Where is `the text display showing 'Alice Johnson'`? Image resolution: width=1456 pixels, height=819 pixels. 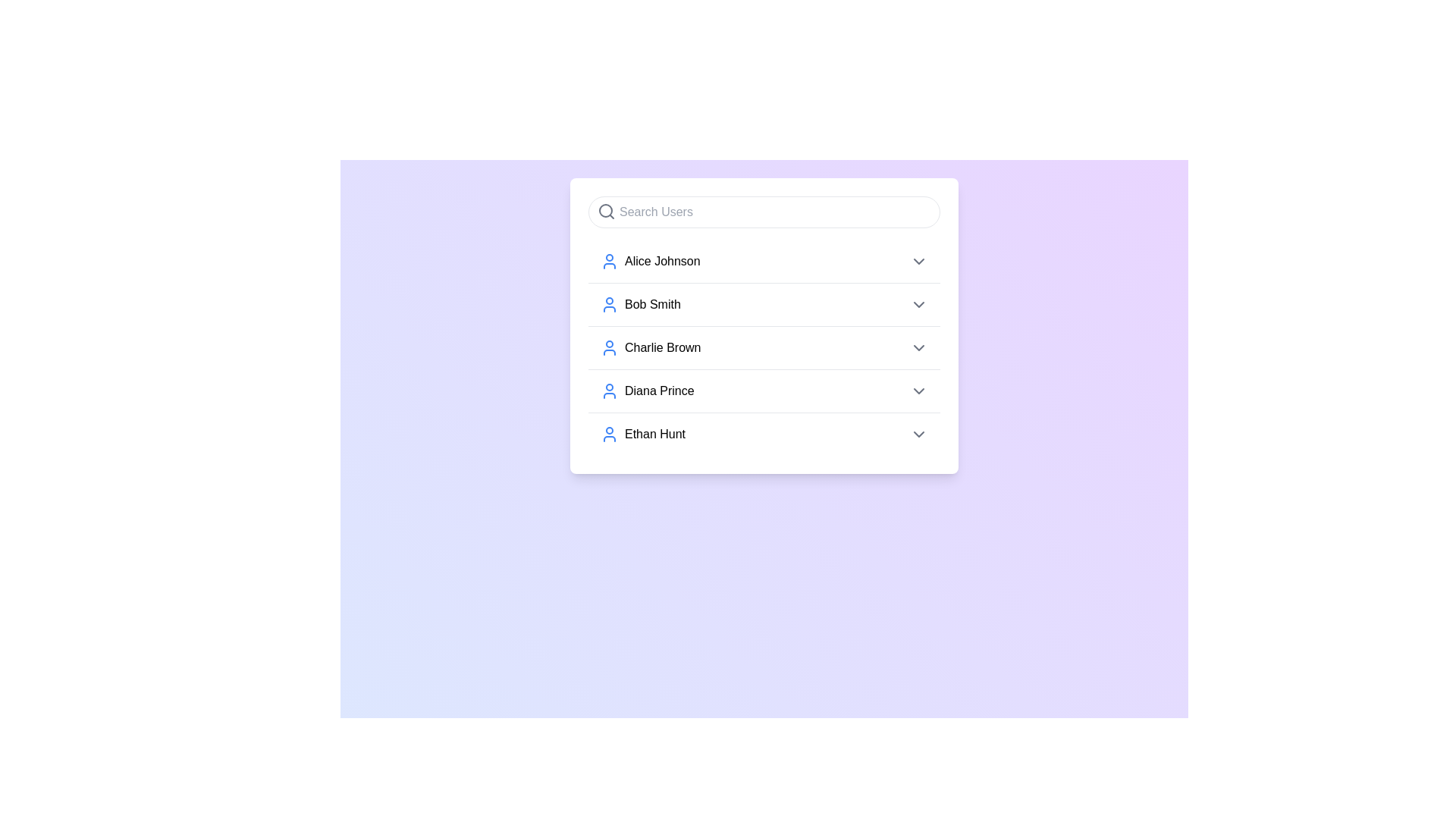 the text display showing 'Alice Johnson' is located at coordinates (662, 260).